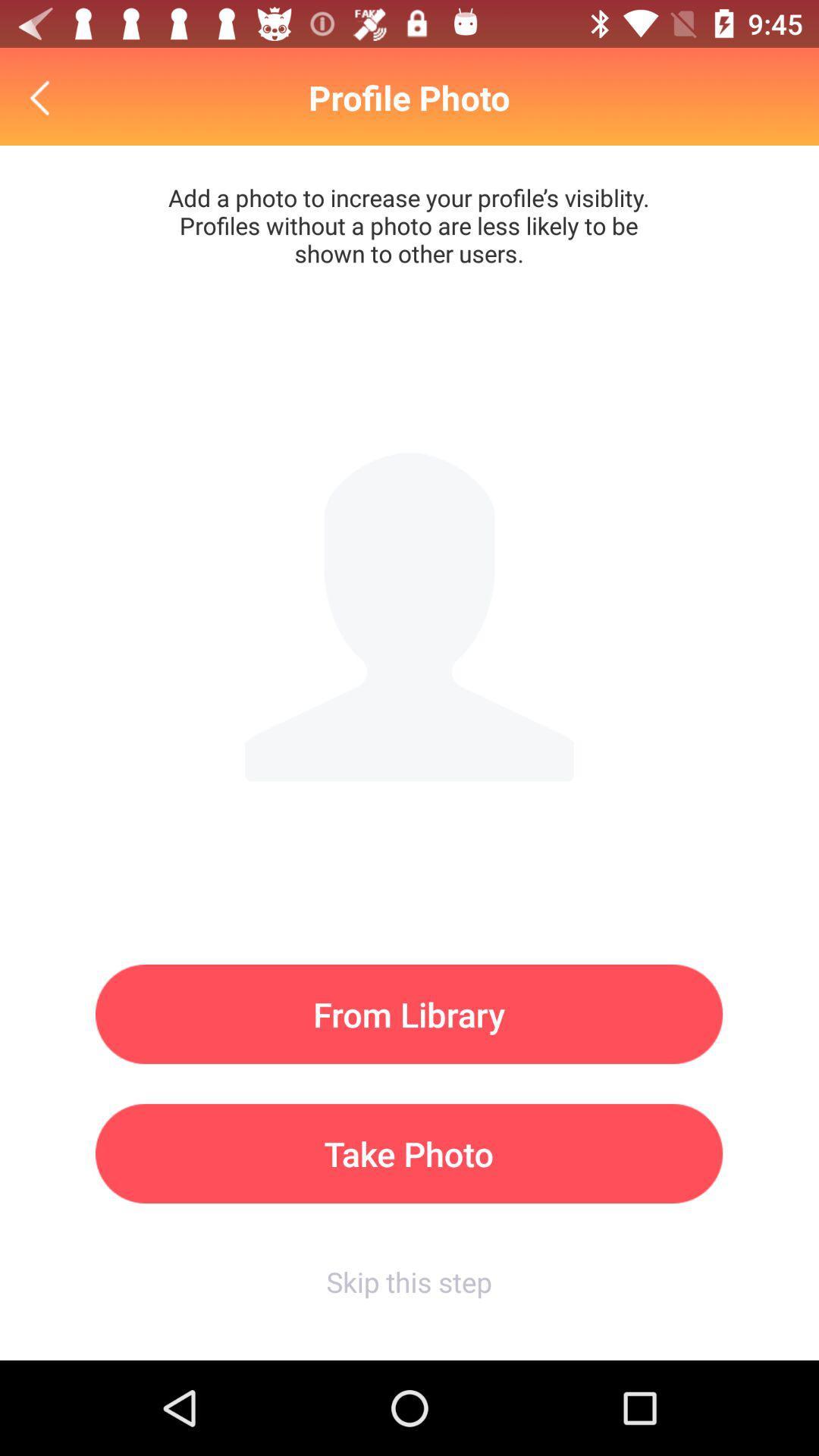 The height and width of the screenshot is (1456, 819). What do you see at coordinates (408, 1014) in the screenshot?
I see `item above take photo icon` at bounding box center [408, 1014].